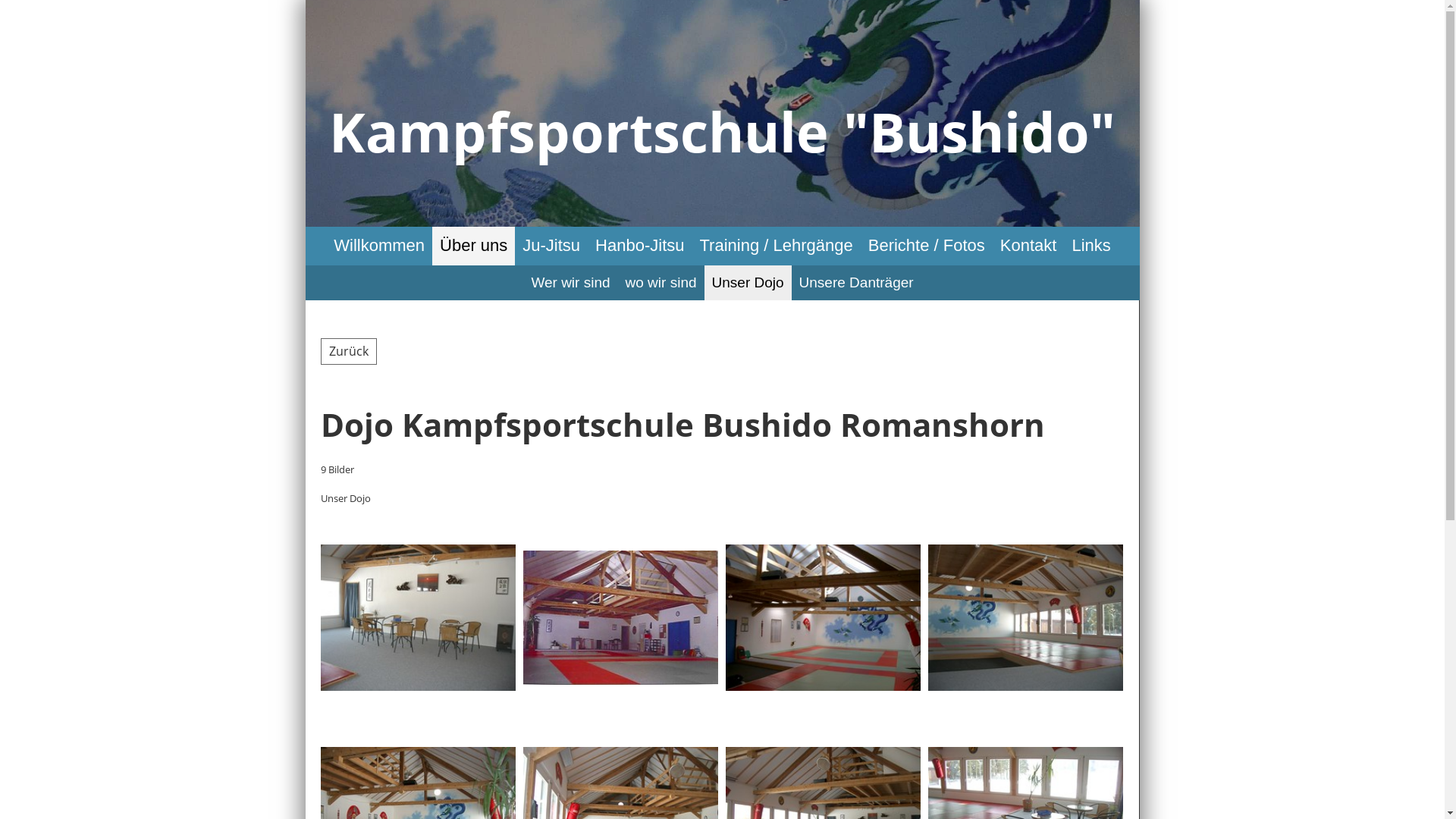 This screenshot has height=819, width=1456. What do you see at coordinates (661, 283) in the screenshot?
I see `'wo wir sind'` at bounding box center [661, 283].